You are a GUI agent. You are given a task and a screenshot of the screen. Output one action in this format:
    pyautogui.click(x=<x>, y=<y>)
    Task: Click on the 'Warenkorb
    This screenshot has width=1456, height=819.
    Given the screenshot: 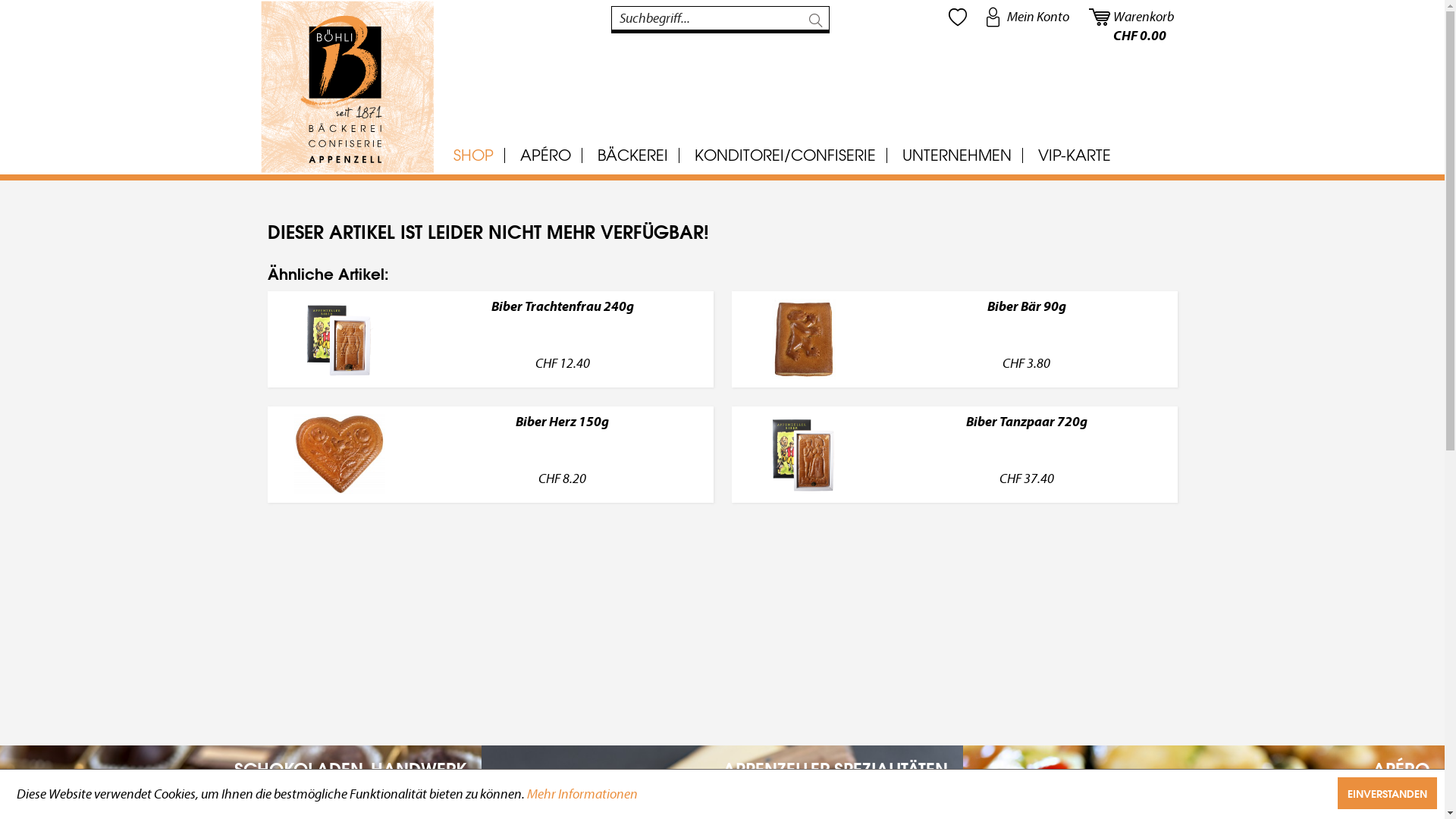 What is the action you would take?
    pyautogui.click(x=1131, y=17)
    